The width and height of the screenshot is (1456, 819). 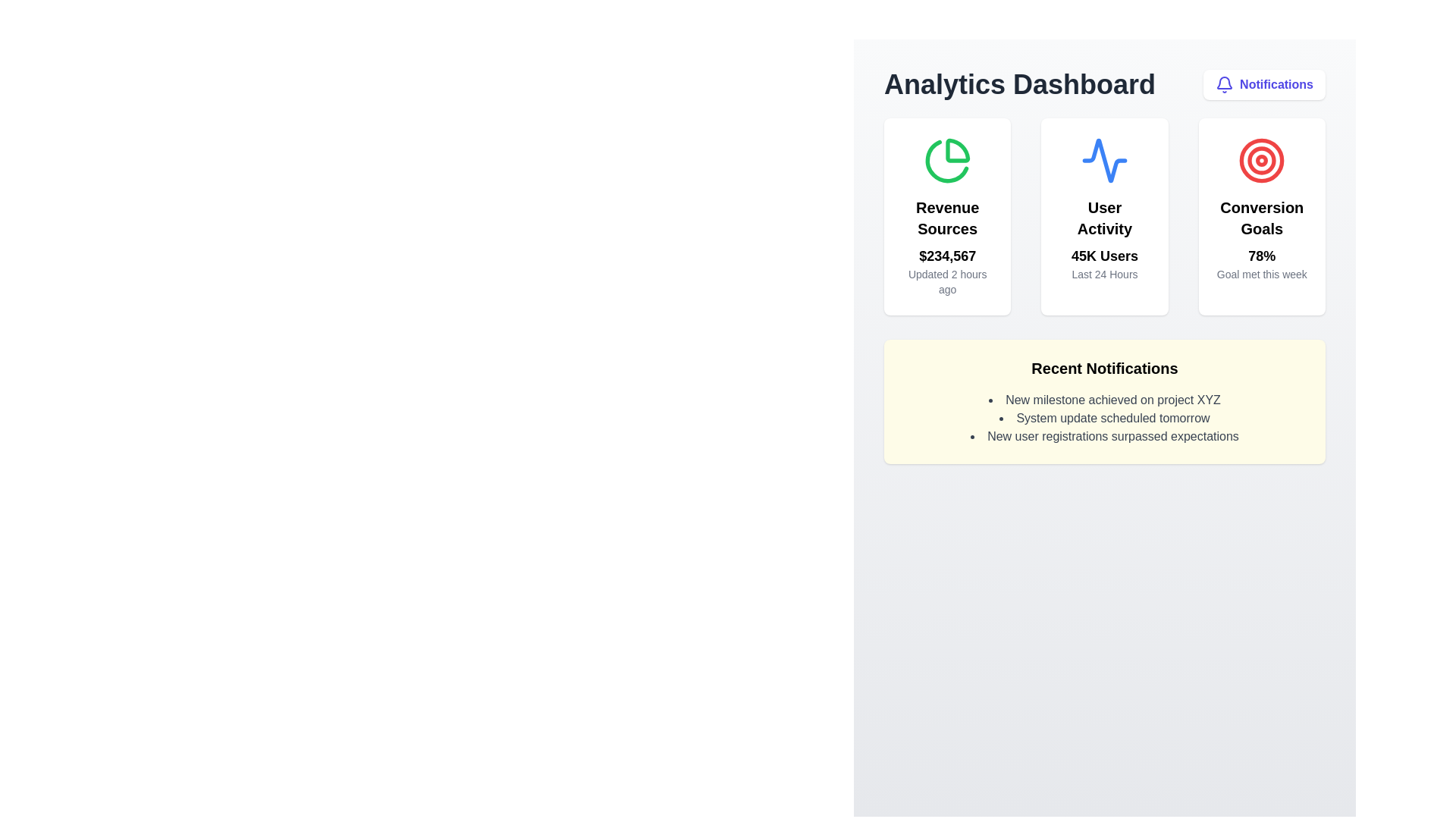 What do you see at coordinates (1262, 256) in the screenshot?
I see `the text label displaying '78%' in bold and large font style, located under the 'Conversion Goals' section of the card` at bounding box center [1262, 256].